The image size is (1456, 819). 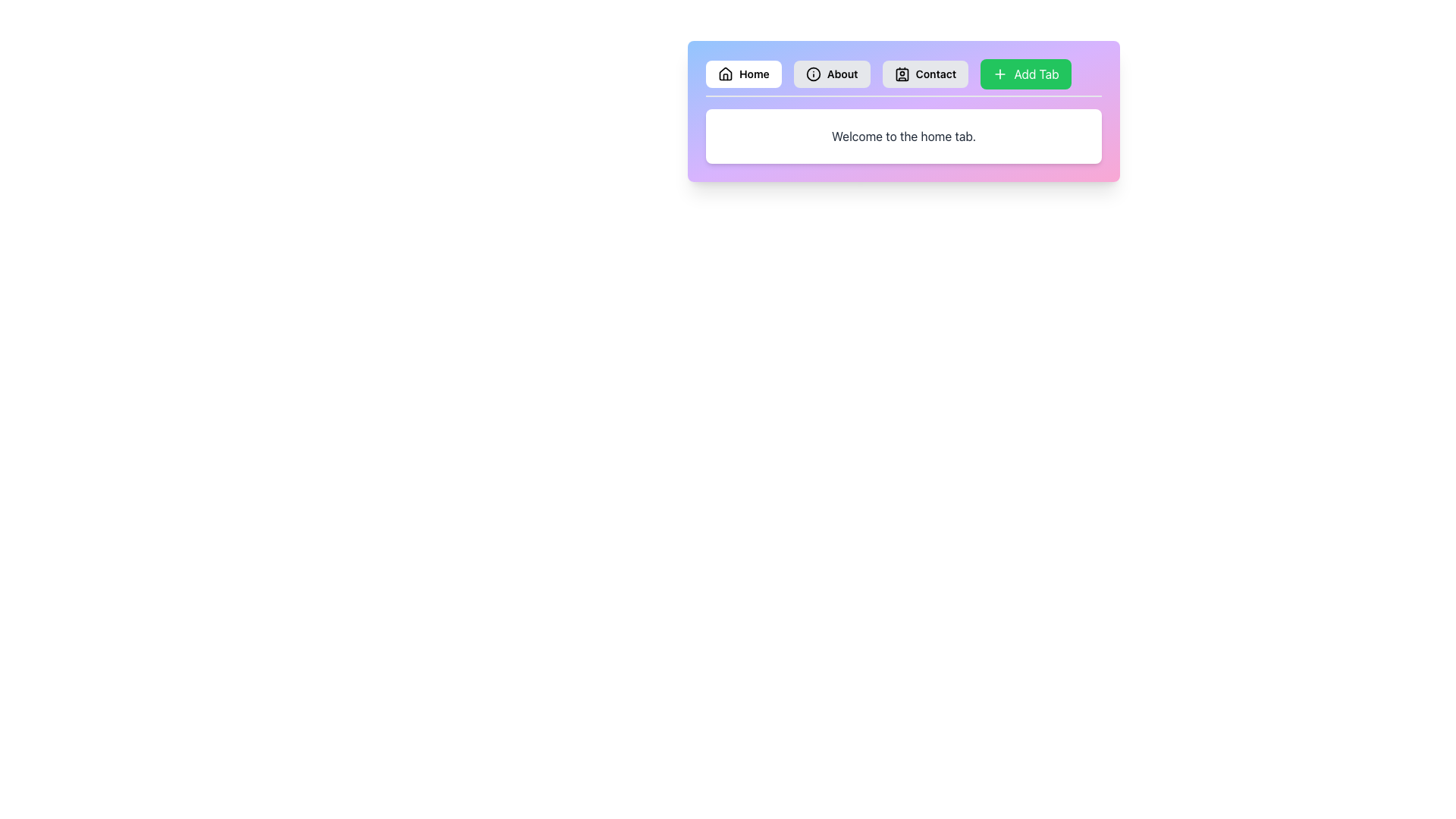 What do you see at coordinates (1036, 74) in the screenshot?
I see `text label that indicates the functionality of adding a new tab, located within the green rounded rectangular button in the top menu bar` at bounding box center [1036, 74].